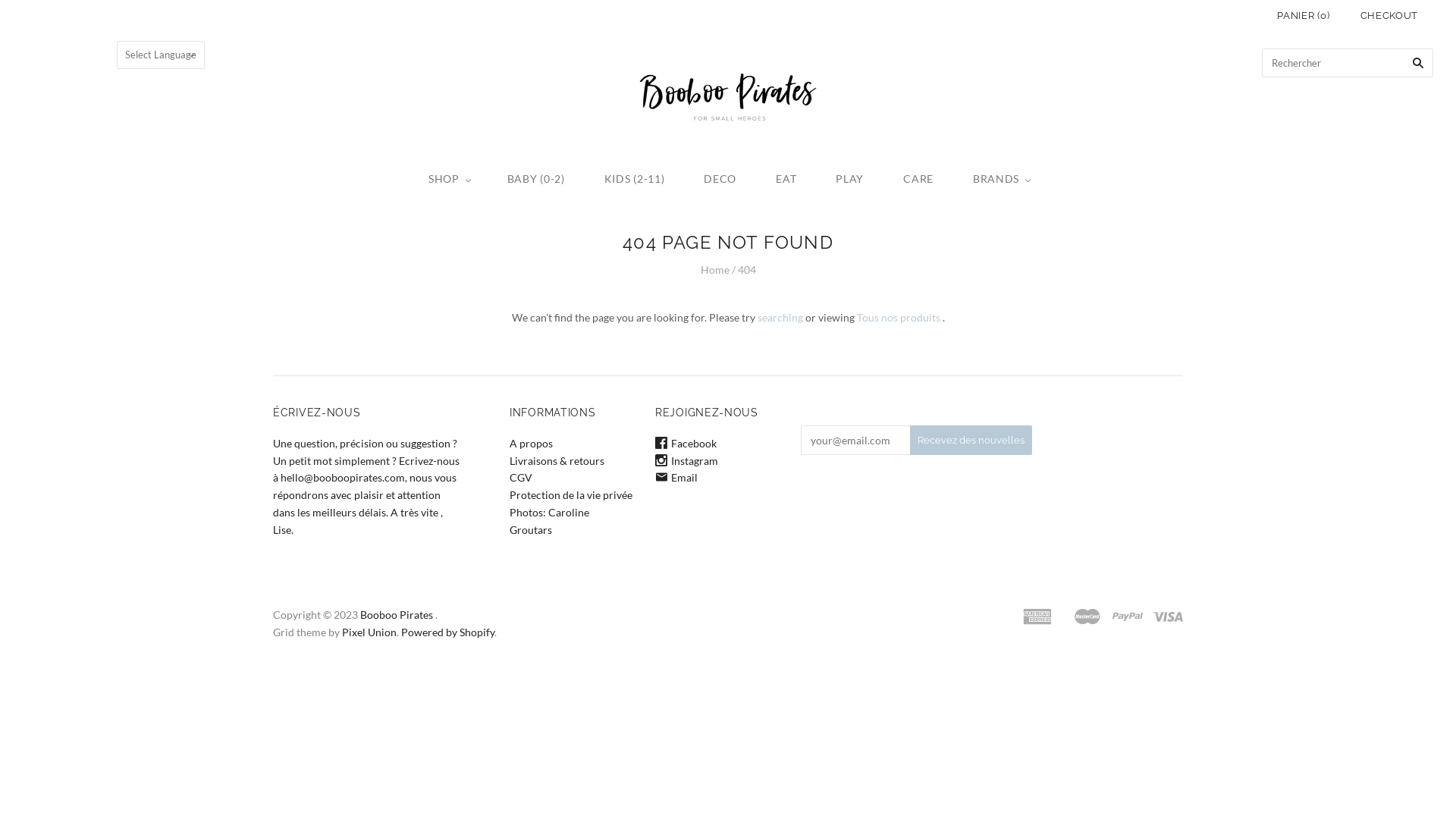 The height and width of the screenshot is (819, 1456). What do you see at coordinates (756, 178) in the screenshot?
I see `'EAT'` at bounding box center [756, 178].